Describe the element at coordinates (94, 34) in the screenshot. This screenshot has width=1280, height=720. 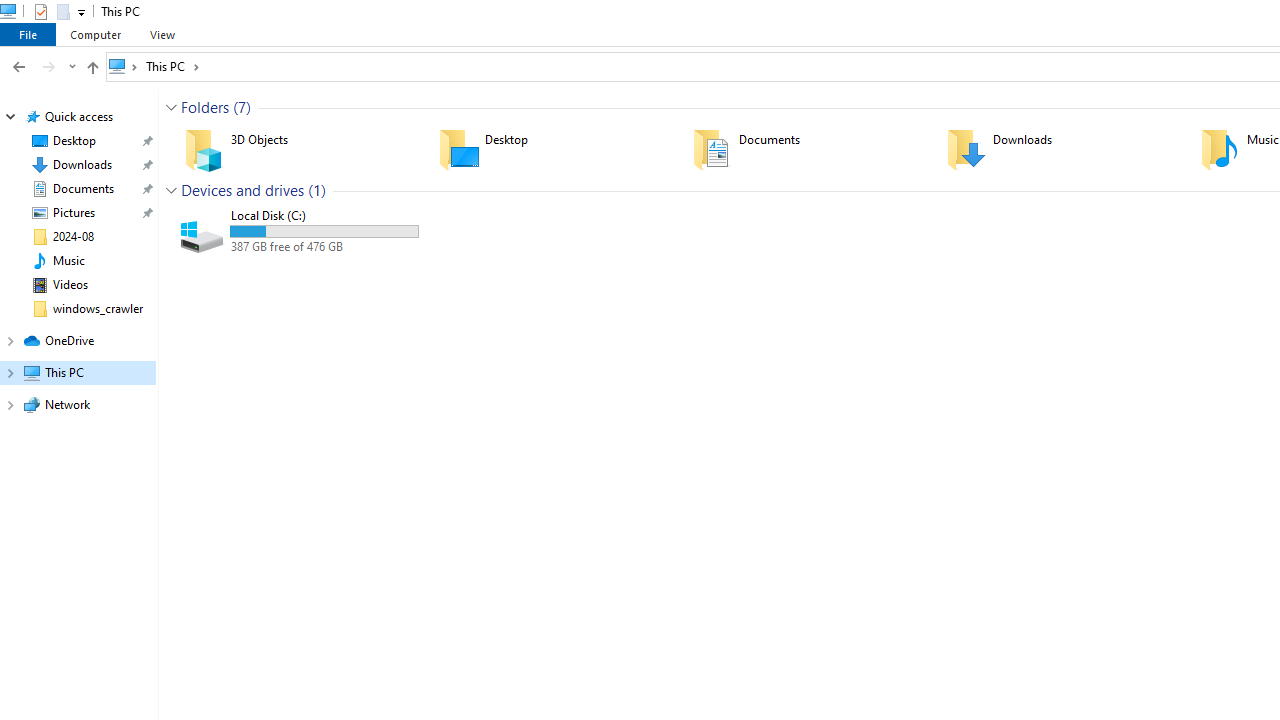
I see `'Computer'` at that location.